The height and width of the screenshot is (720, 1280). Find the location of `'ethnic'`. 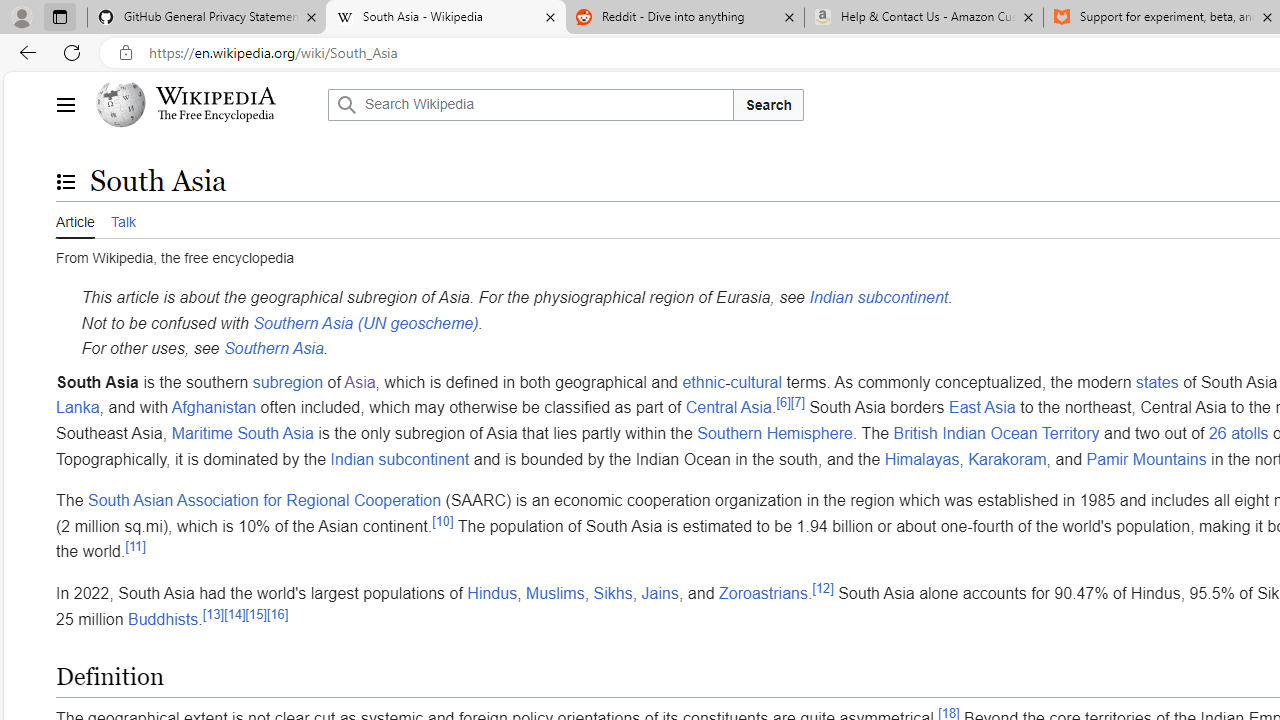

'ethnic' is located at coordinates (704, 381).